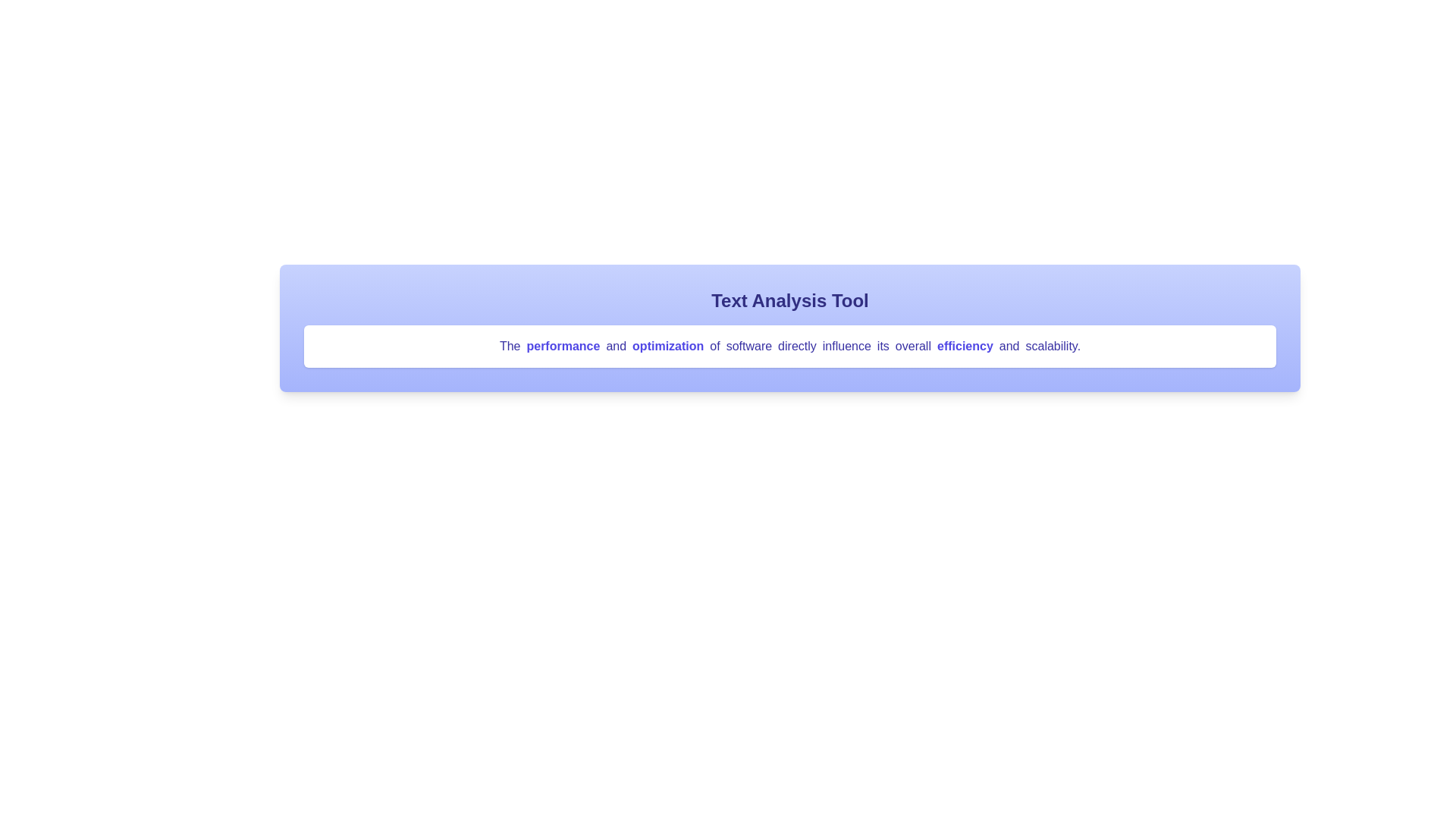  Describe the element at coordinates (964, 346) in the screenshot. I see `the text label displaying 'efficiency' in bold indigo font within the 'Text Analysis Tool' panel` at that location.